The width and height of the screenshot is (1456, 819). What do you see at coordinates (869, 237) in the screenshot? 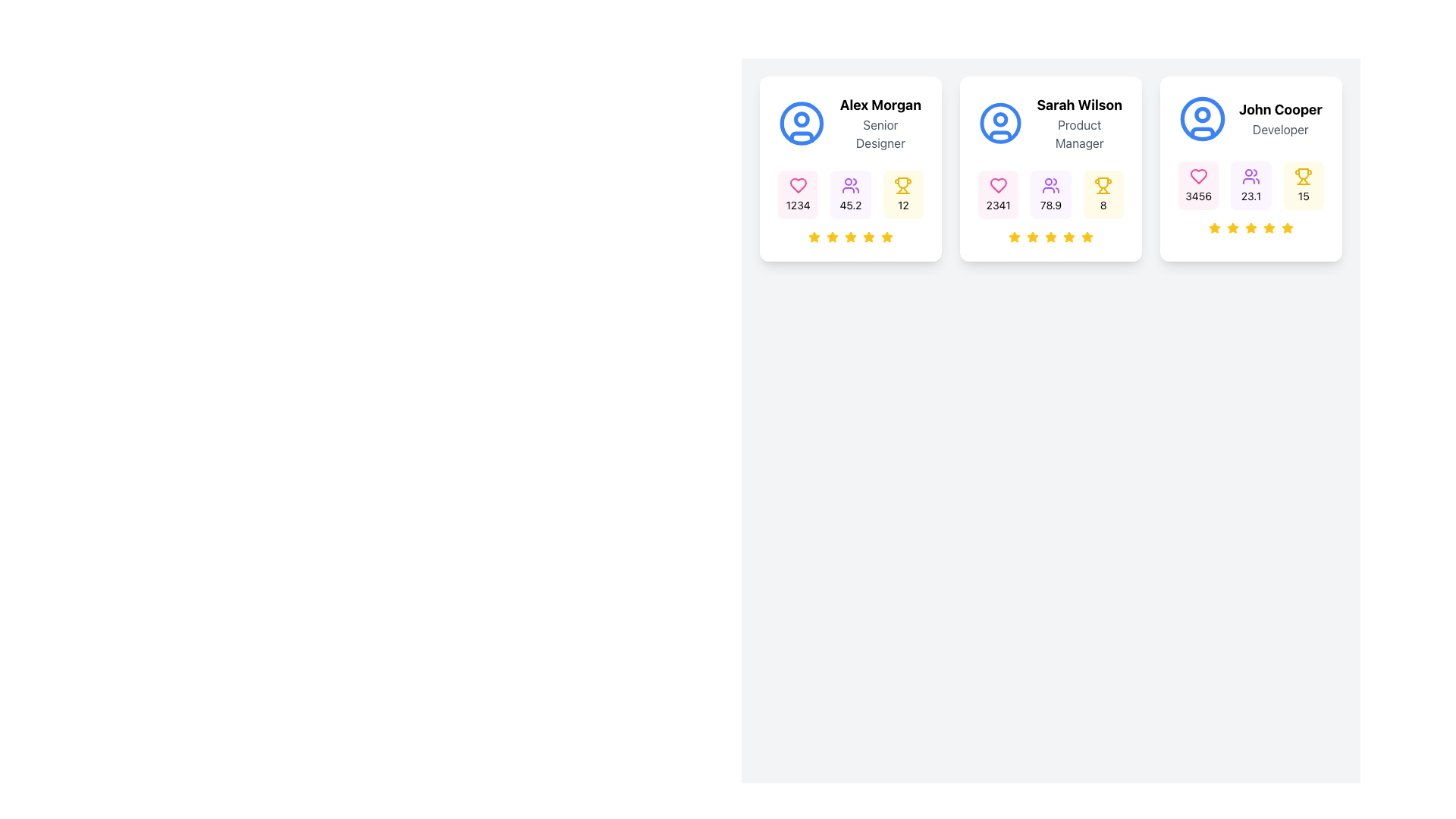
I see `the fifth star icon used for rating in the card for 'Alex Morgan'` at bounding box center [869, 237].